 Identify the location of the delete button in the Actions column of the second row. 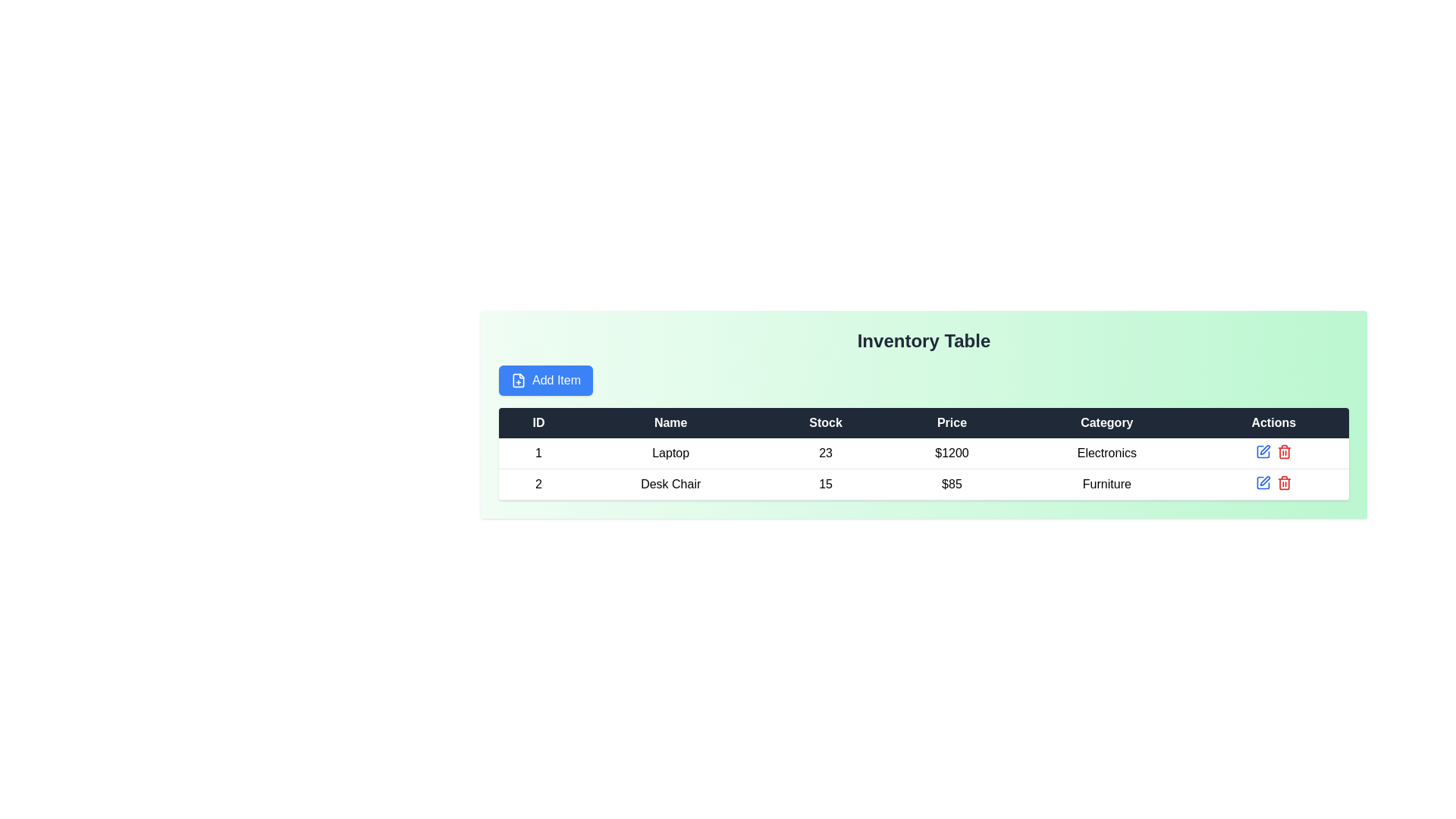
(1283, 482).